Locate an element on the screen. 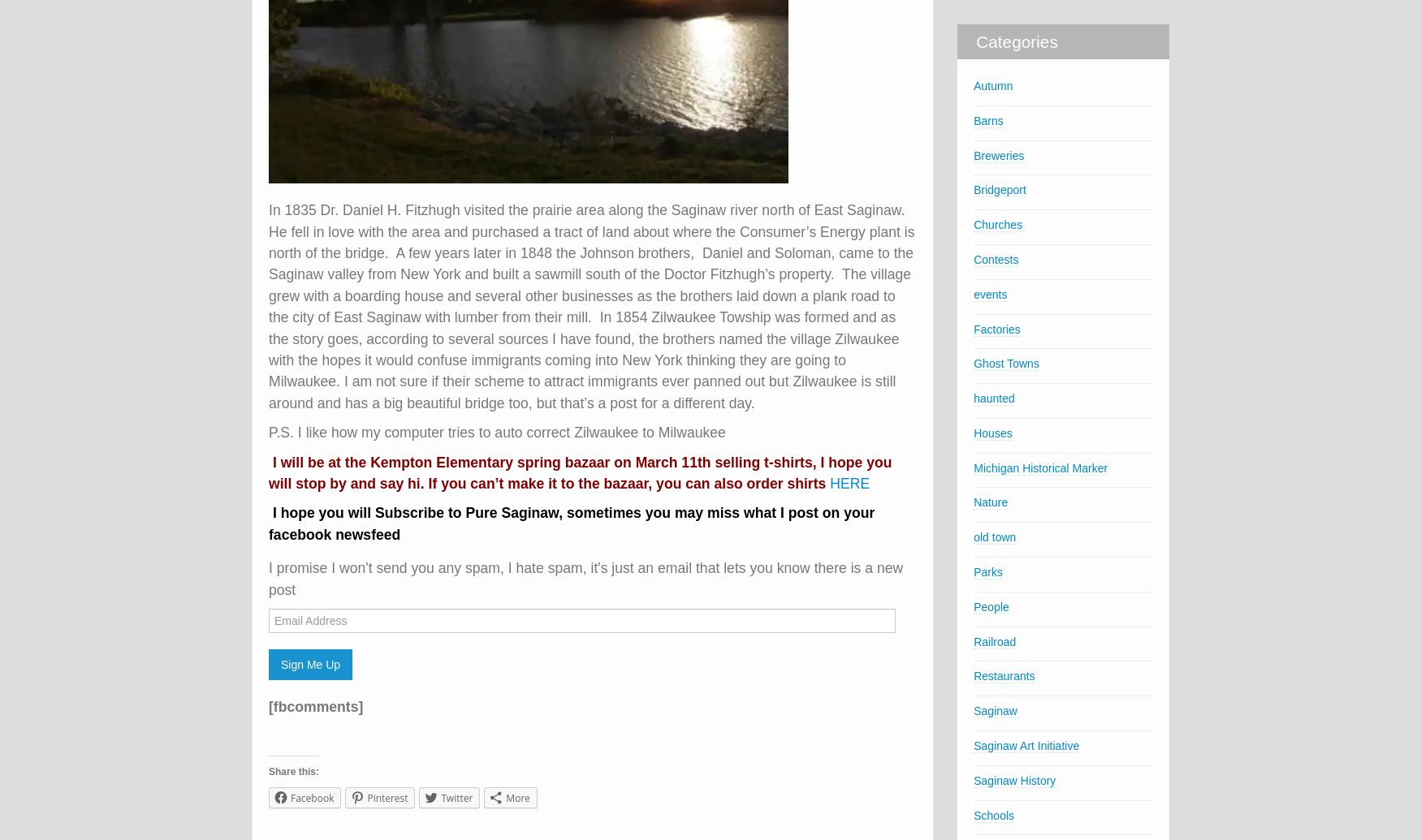 The image size is (1421, 840). 'Contests' is located at coordinates (996, 258).